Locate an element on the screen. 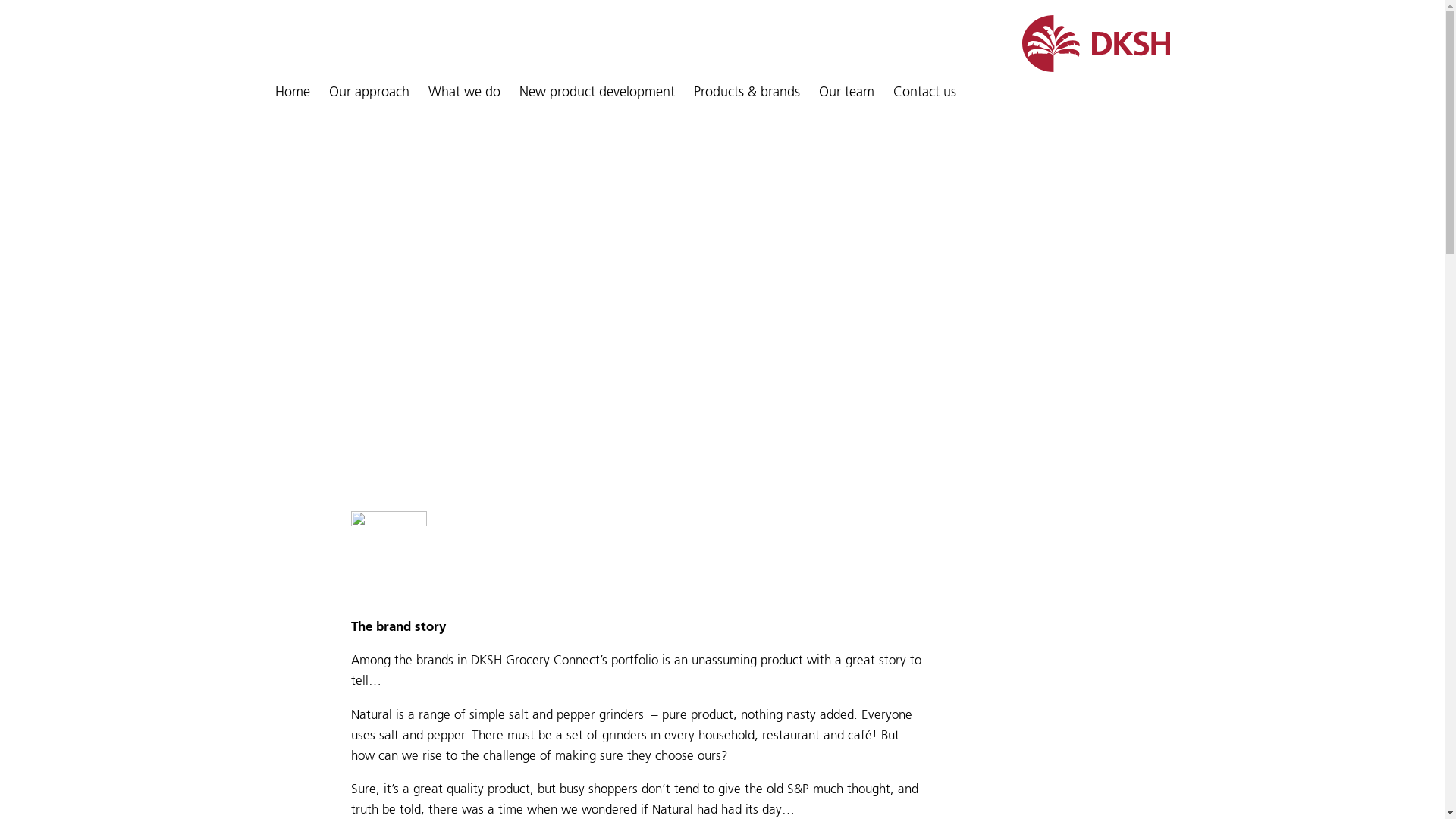  'Contact us' is located at coordinates (924, 93).